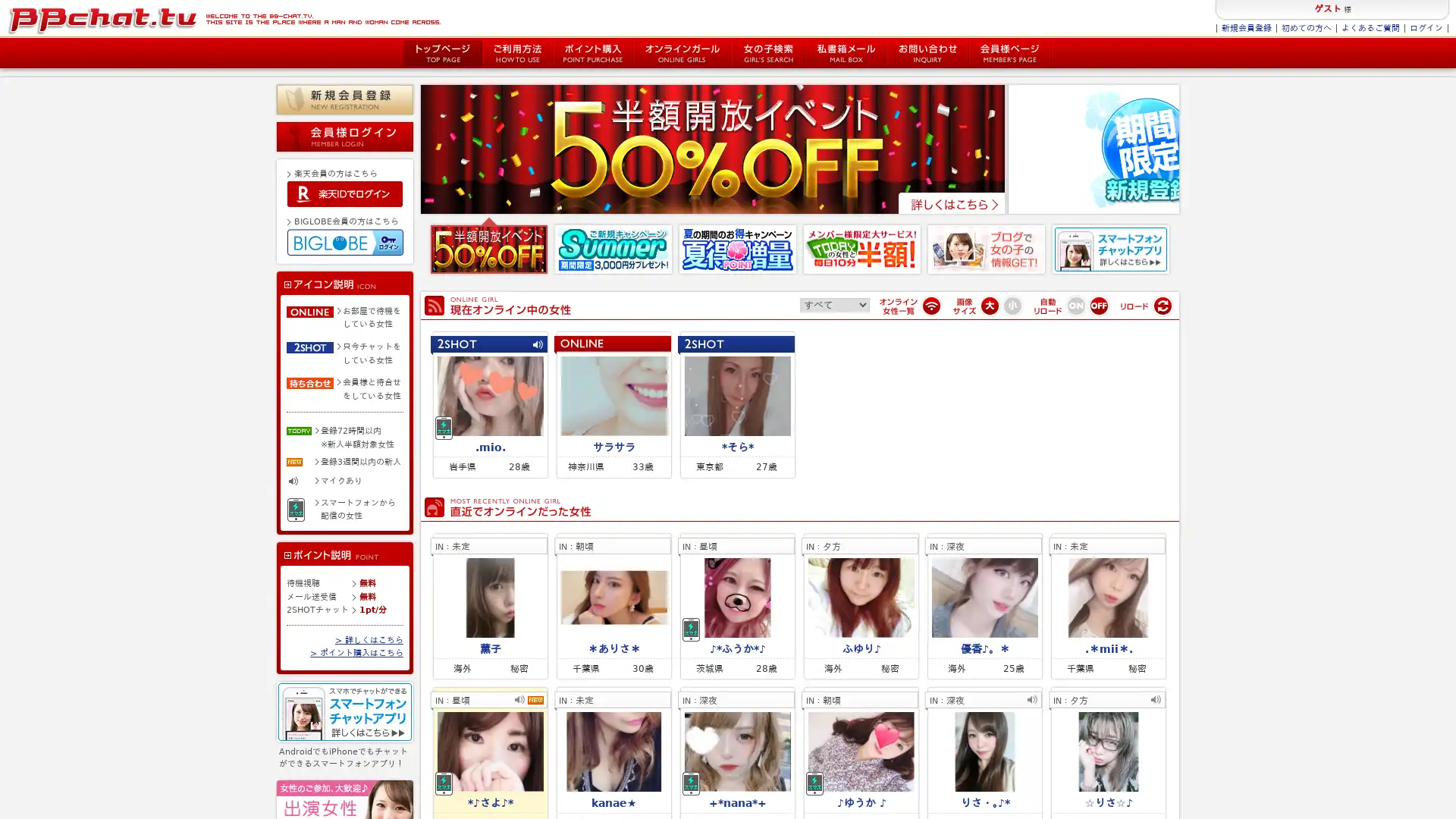 The image size is (1456, 819). Describe the element at coordinates (344, 192) in the screenshot. I see `ID` at that location.